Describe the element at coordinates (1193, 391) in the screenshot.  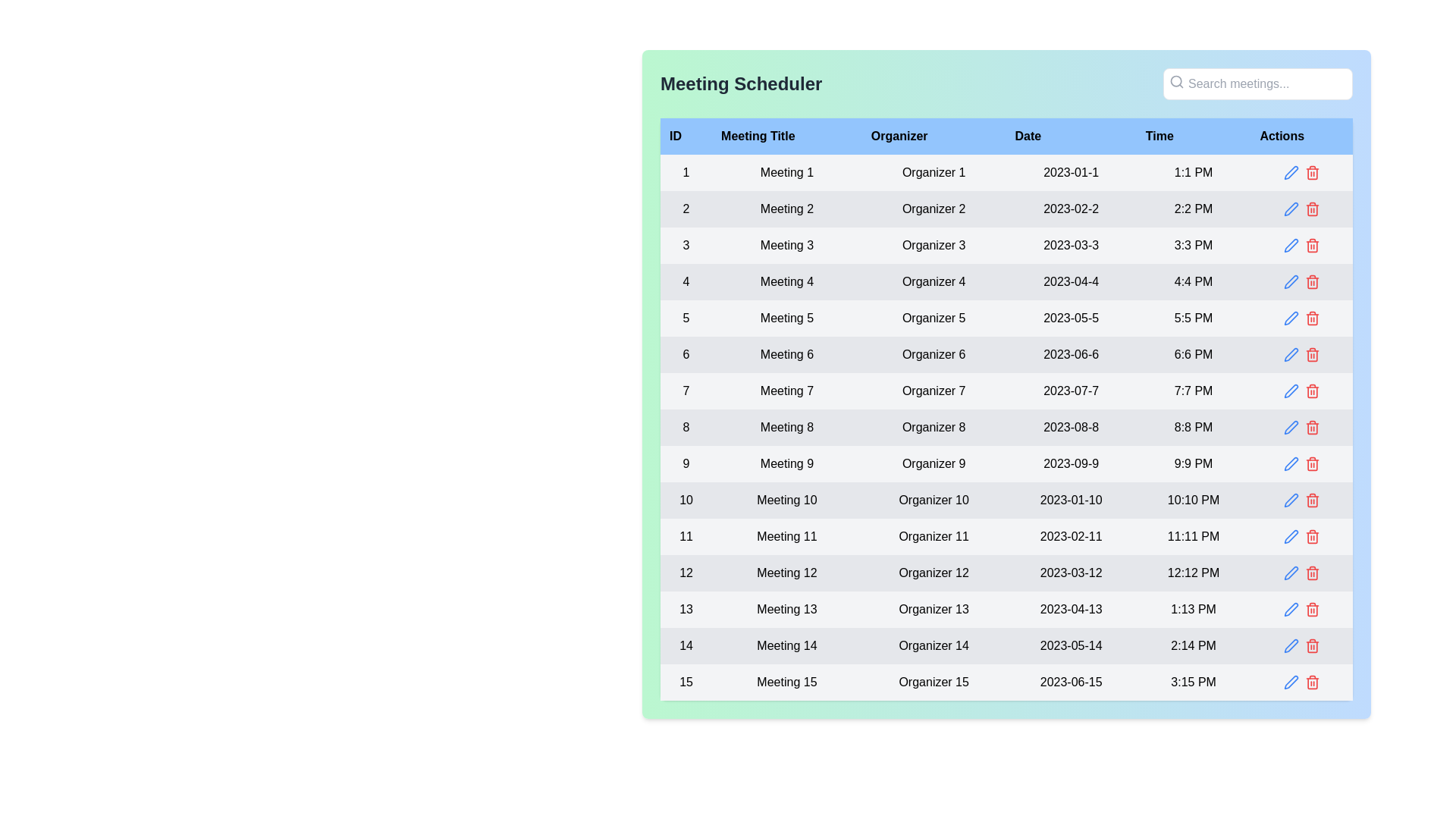
I see `the Text Label displaying the scheduled time for the meeting in the seventh row of the 'Meeting Scheduler' table` at that location.